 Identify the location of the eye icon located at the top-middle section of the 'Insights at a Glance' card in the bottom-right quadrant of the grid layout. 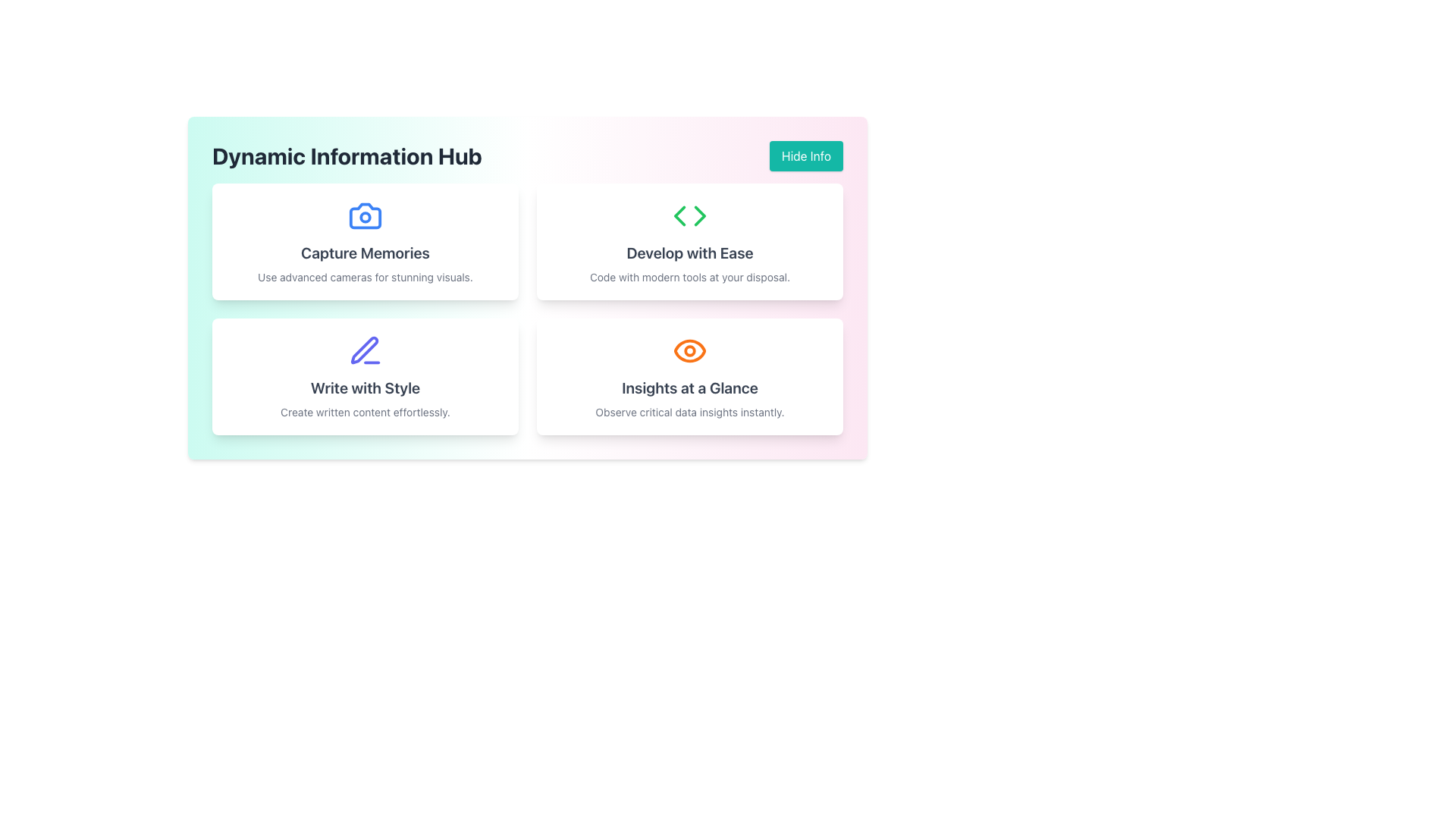
(689, 350).